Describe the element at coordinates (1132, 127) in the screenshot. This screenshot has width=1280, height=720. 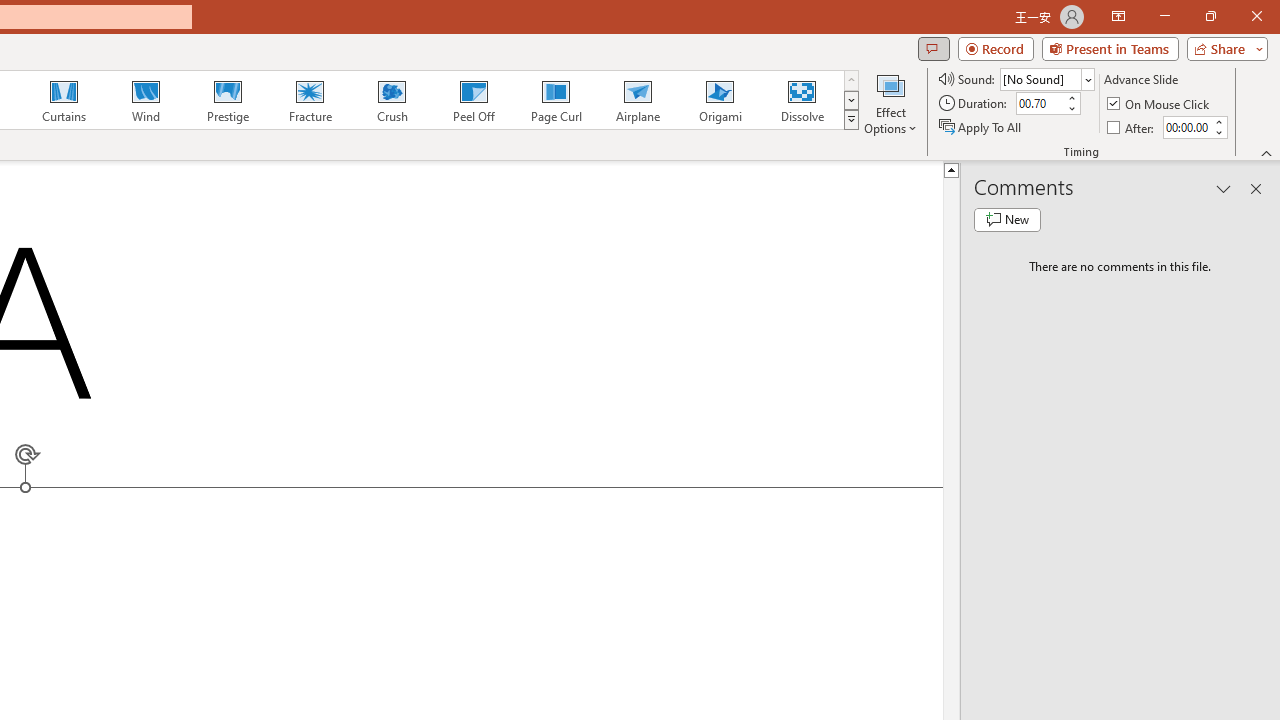
I see `'After'` at that location.